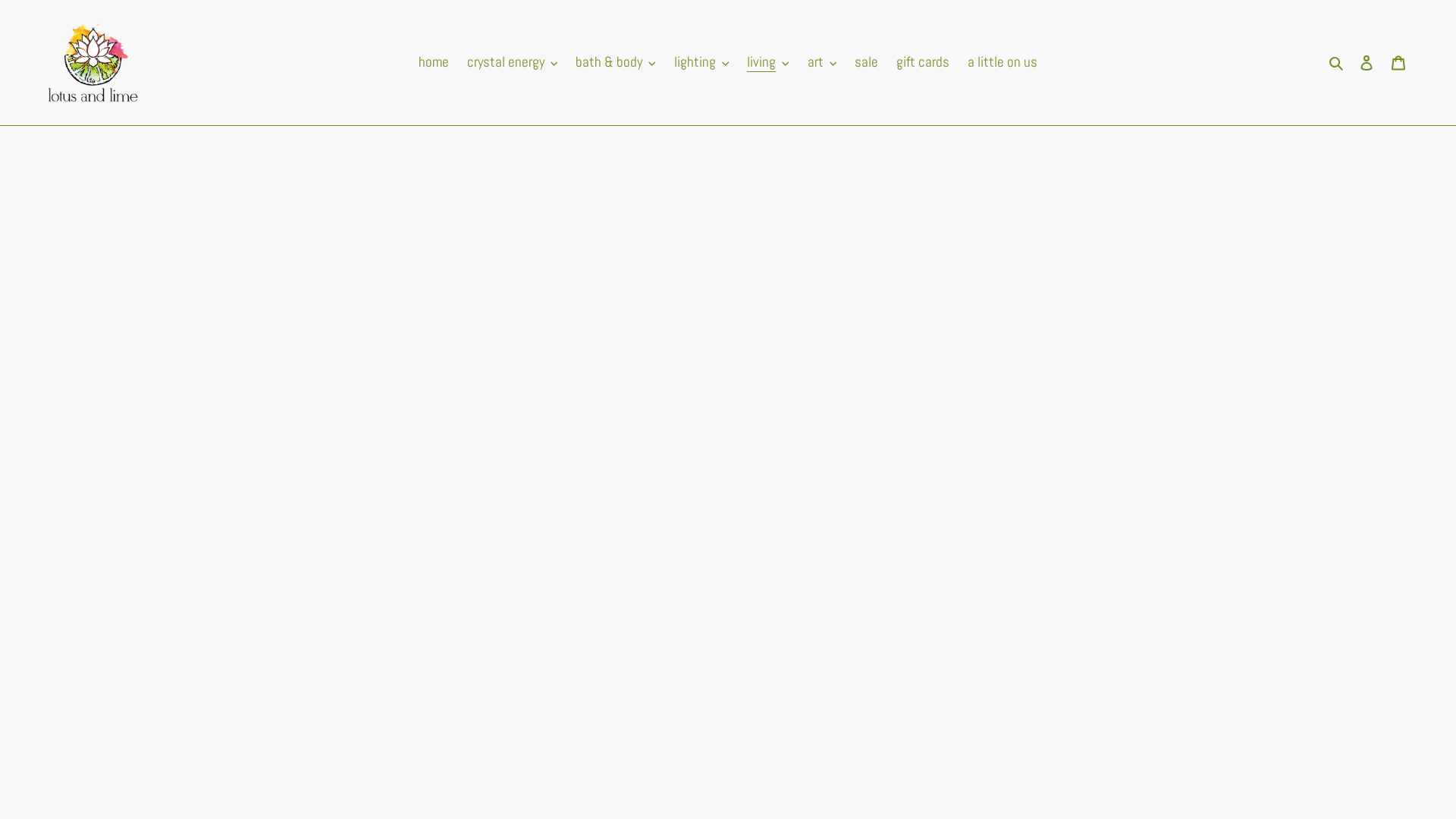 The image size is (1456, 819). I want to click on 'crystal energy', so click(458, 61).